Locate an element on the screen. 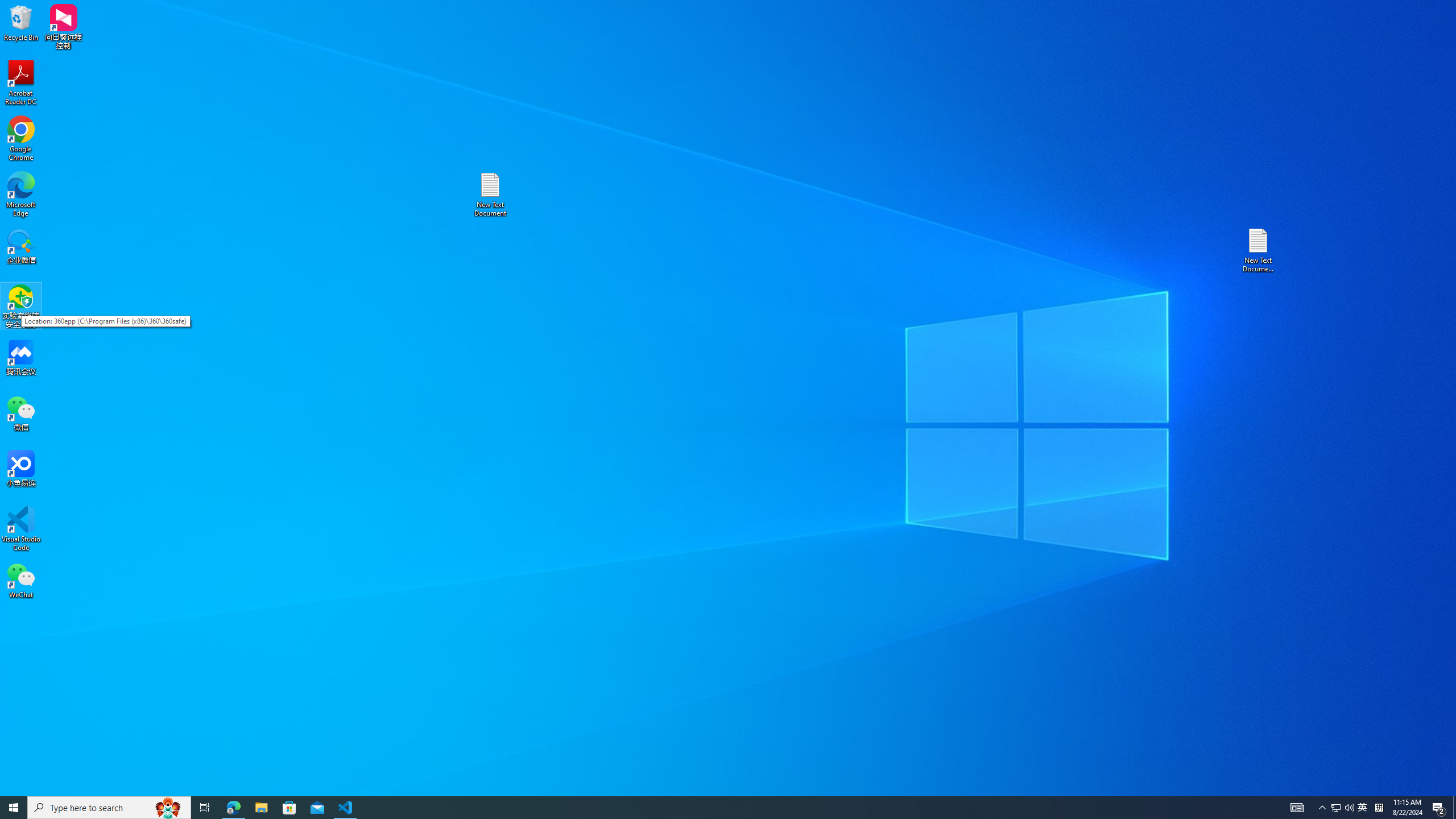 The height and width of the screenshot is (819, 1456). 'Recycle Bin' is located at coordinates (20, 22).